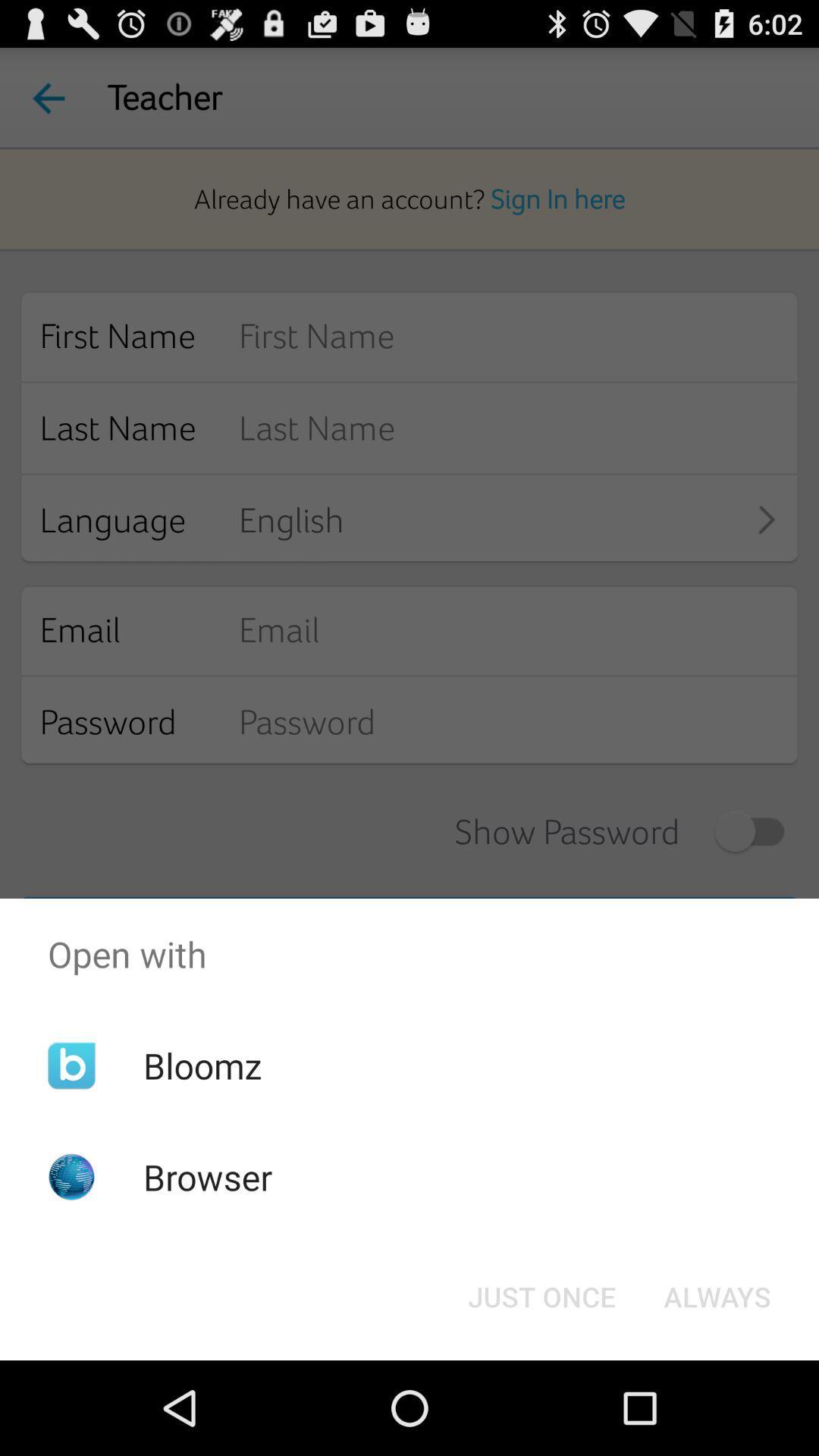 This screenshot has width=819, height=1456. Describe the element at coordinates (717, 1295) in the screenshot. I see `always icon` at that location.